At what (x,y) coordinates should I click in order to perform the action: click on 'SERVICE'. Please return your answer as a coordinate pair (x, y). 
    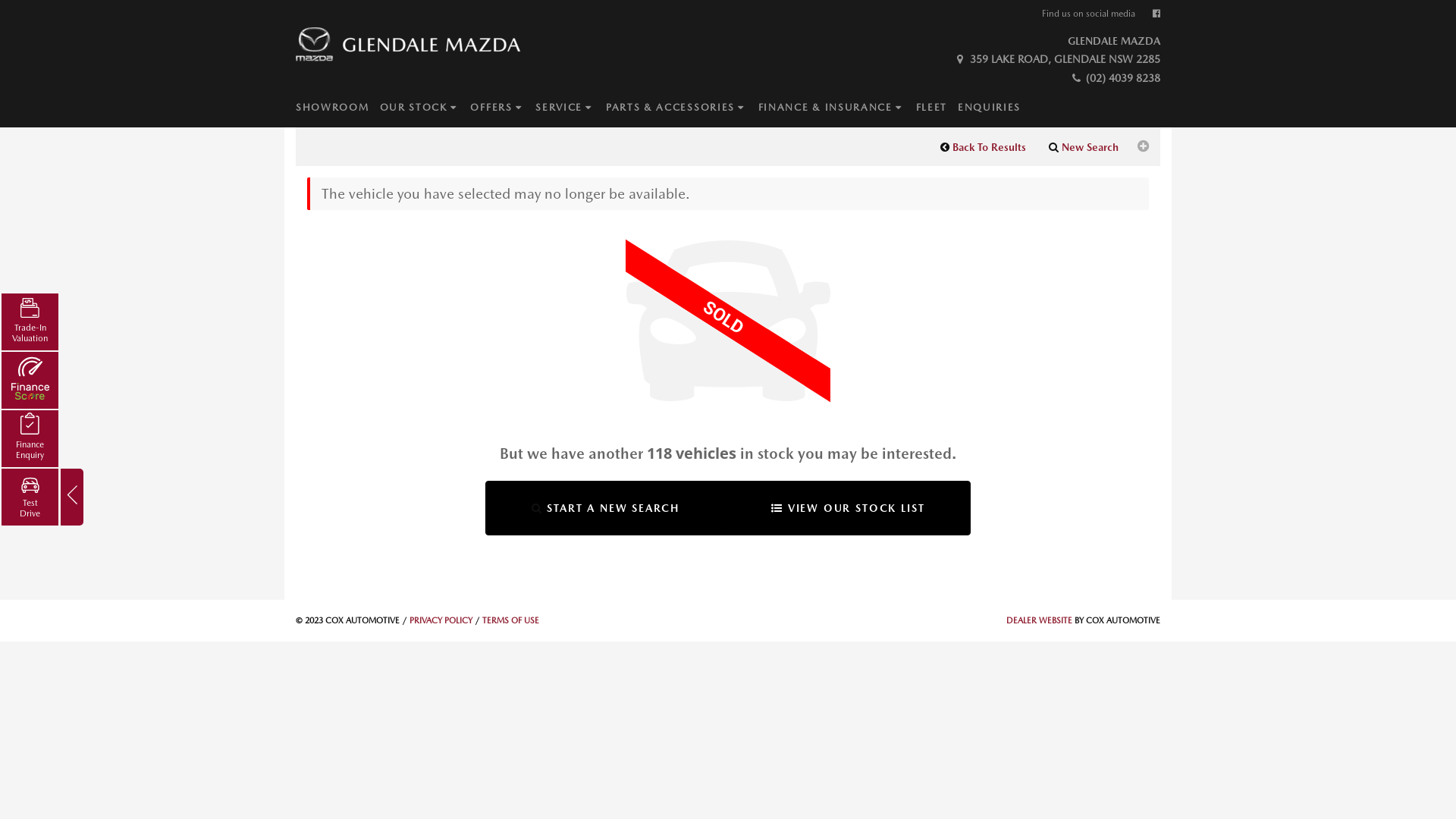
    Looking at the image, I should click on (535, 107).